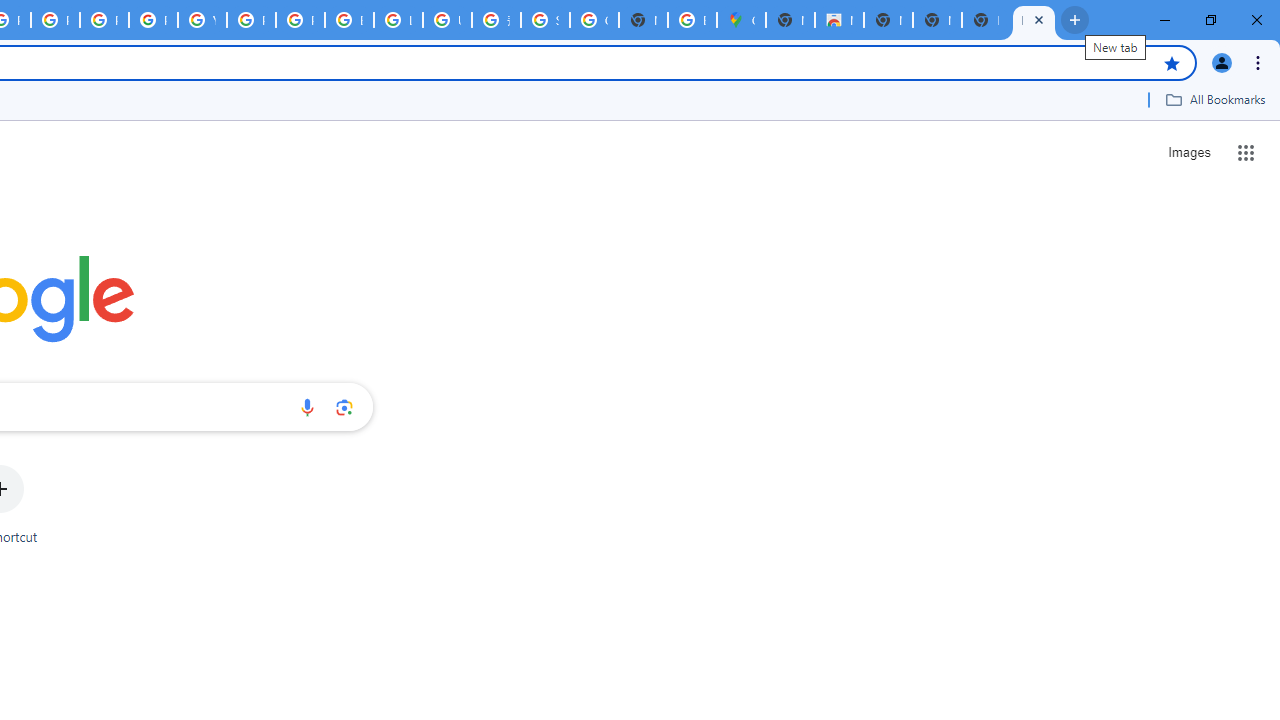  I want to click on 'Google apps', so click(1245, 152).